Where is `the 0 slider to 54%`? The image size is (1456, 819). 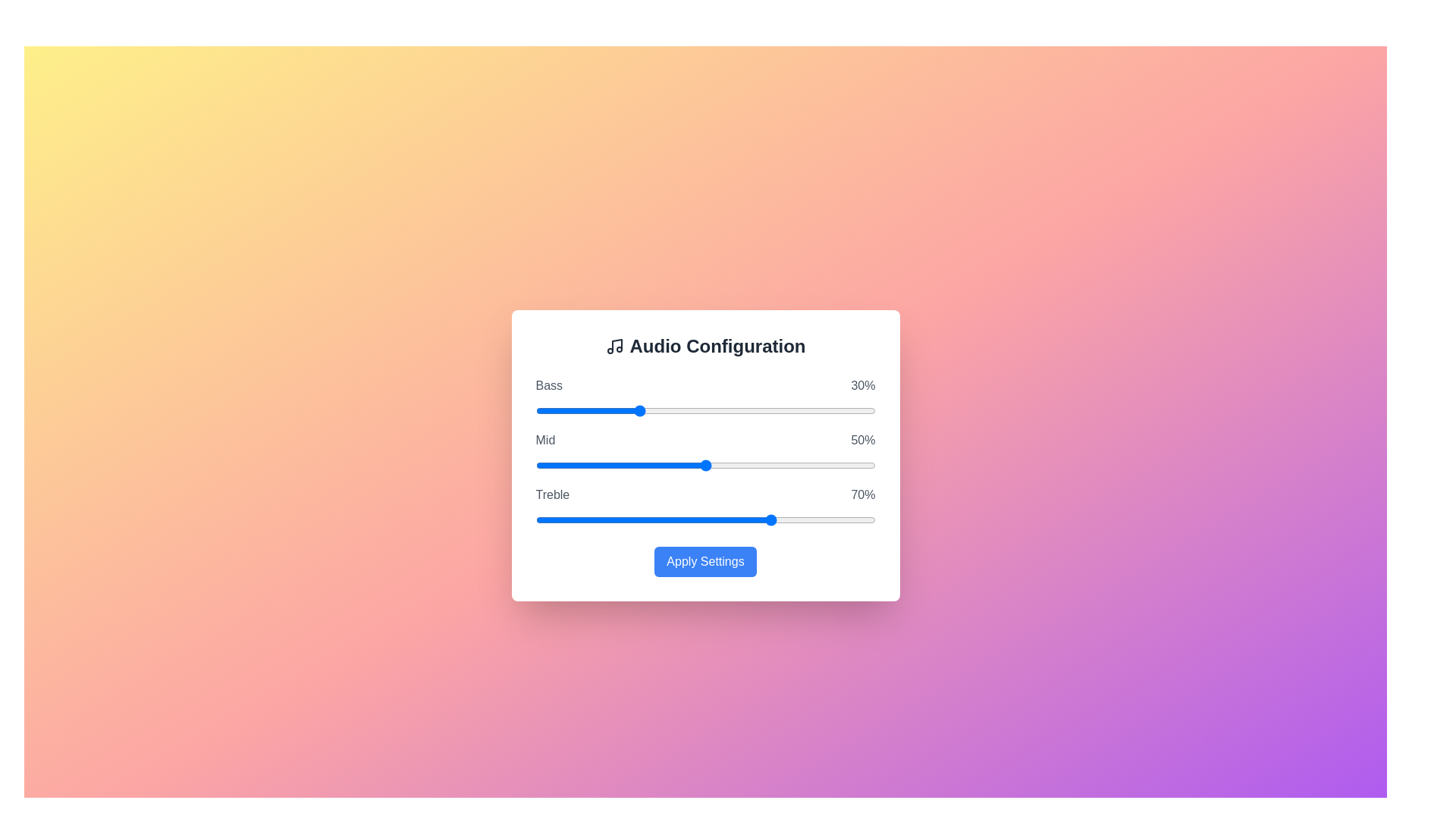 the 0 slider to 54% is located at coordinates (796, 411).